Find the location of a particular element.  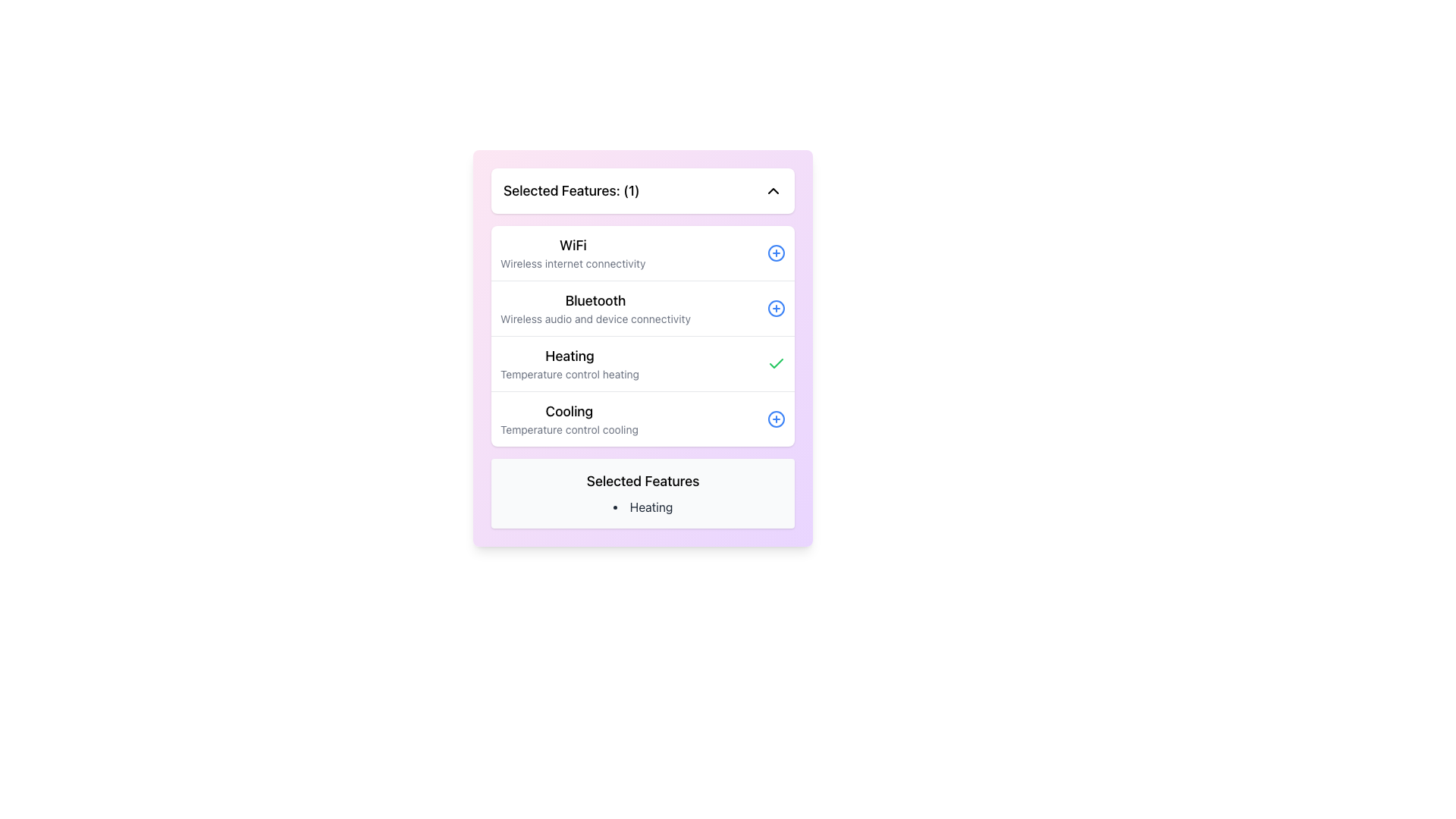

items within the Interactive feature card titled 'Selected Features: (1)' is located at coordinates (643, 348).